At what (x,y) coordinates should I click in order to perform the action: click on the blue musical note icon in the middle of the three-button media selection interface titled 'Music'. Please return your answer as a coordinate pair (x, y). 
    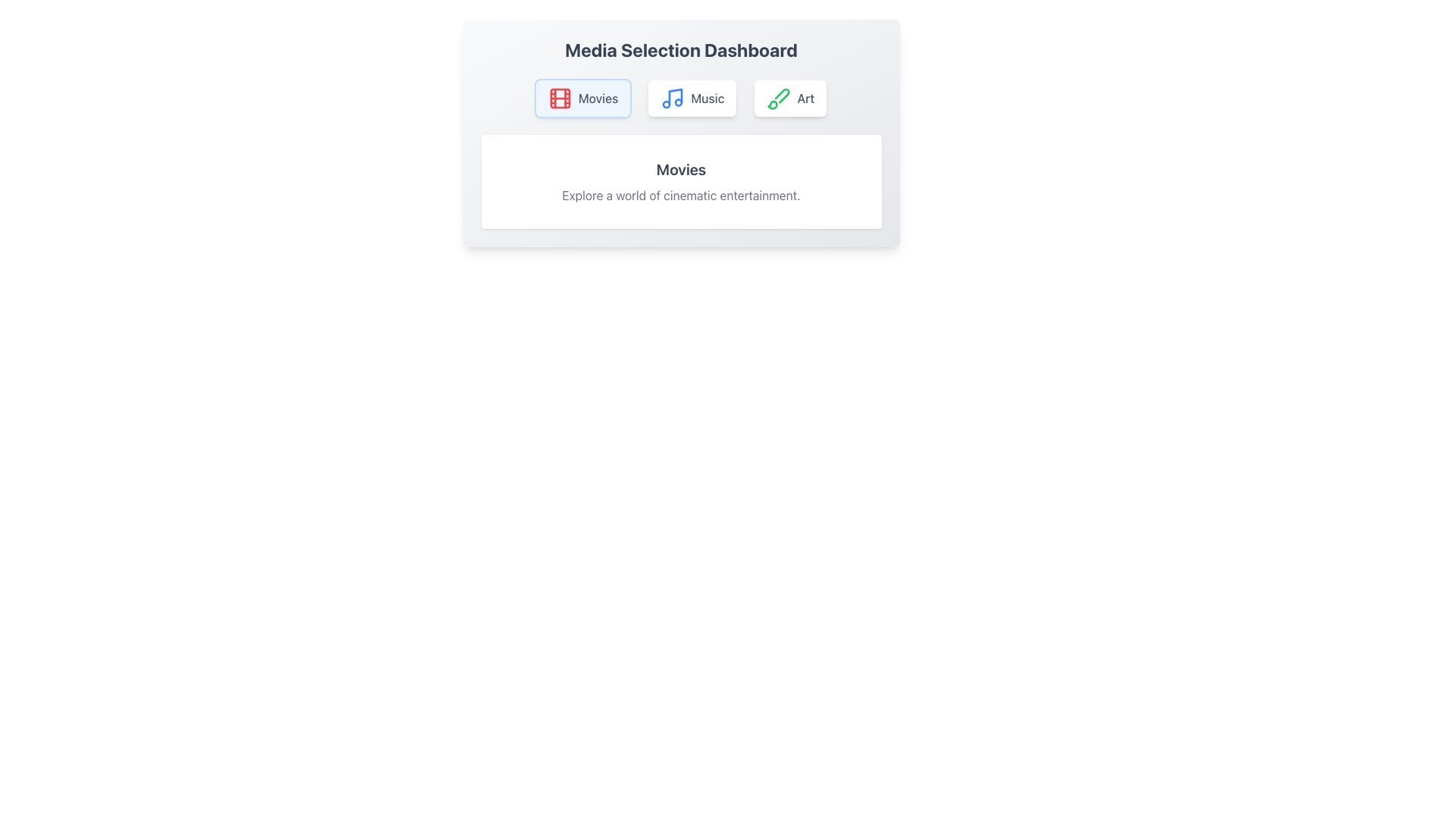
    Looking at the image, I should click on (672, 99).